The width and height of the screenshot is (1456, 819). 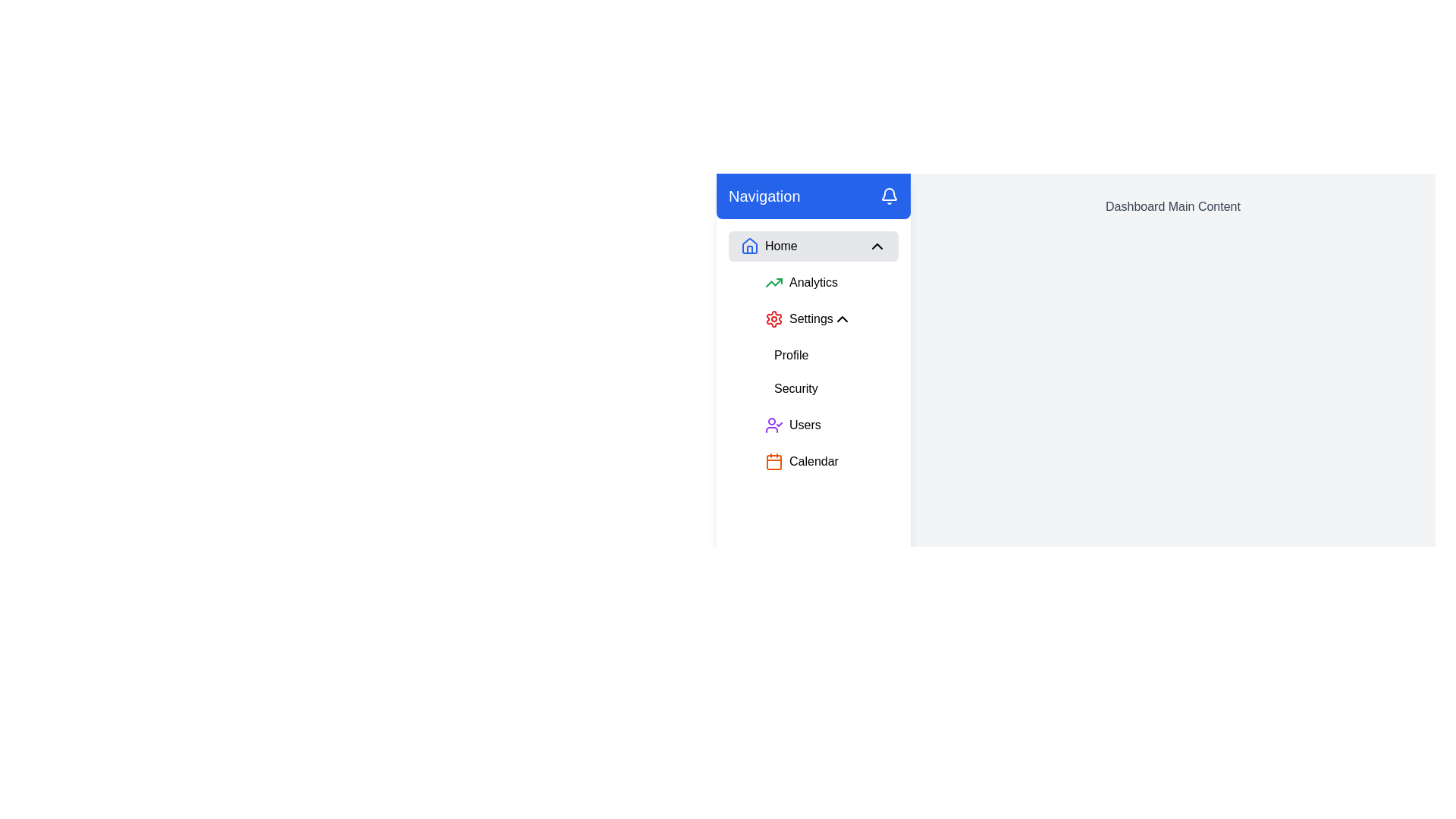 What do you see at coordinates (825, 372) in the screenshot?
I see `the 'Security' option within the Navigation submenu located under 'Settings' in the sidebar` at bounding box center [825, 372].